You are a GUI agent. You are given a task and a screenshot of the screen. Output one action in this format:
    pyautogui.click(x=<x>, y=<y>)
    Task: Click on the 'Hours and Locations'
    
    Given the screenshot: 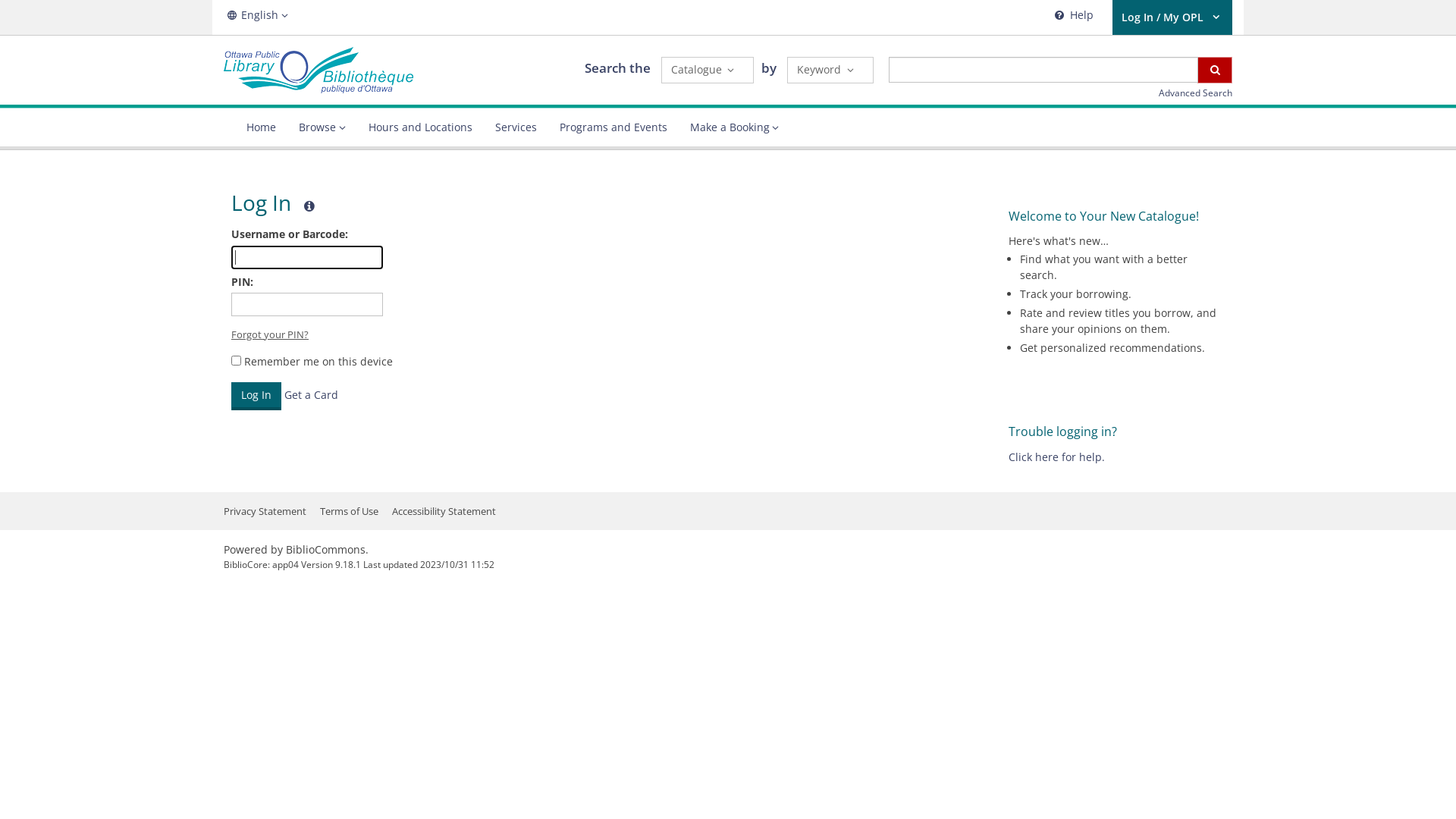 What is the action you would take?
    pyautogui.click(x=419, y=127)
    